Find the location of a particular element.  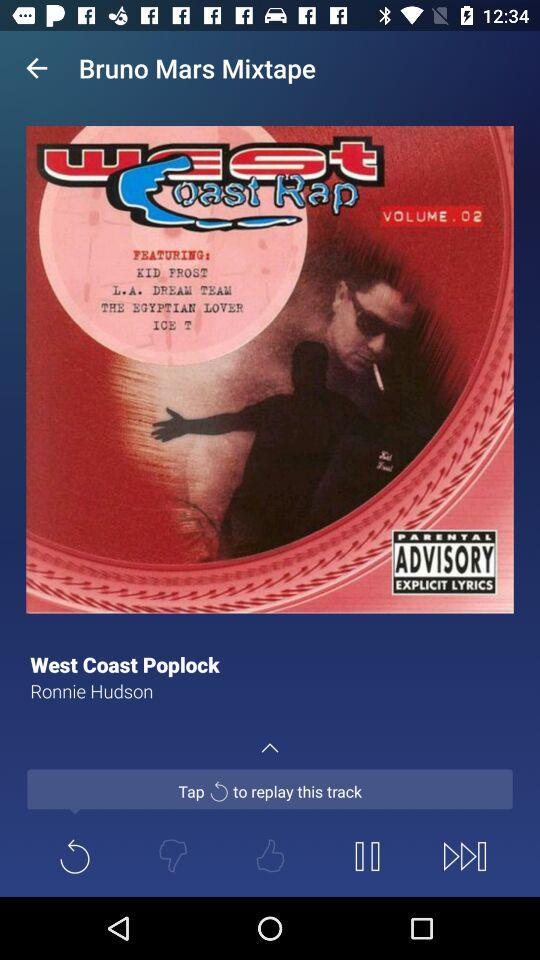

the thumbs_down icon is located at coordinates (172, 855).